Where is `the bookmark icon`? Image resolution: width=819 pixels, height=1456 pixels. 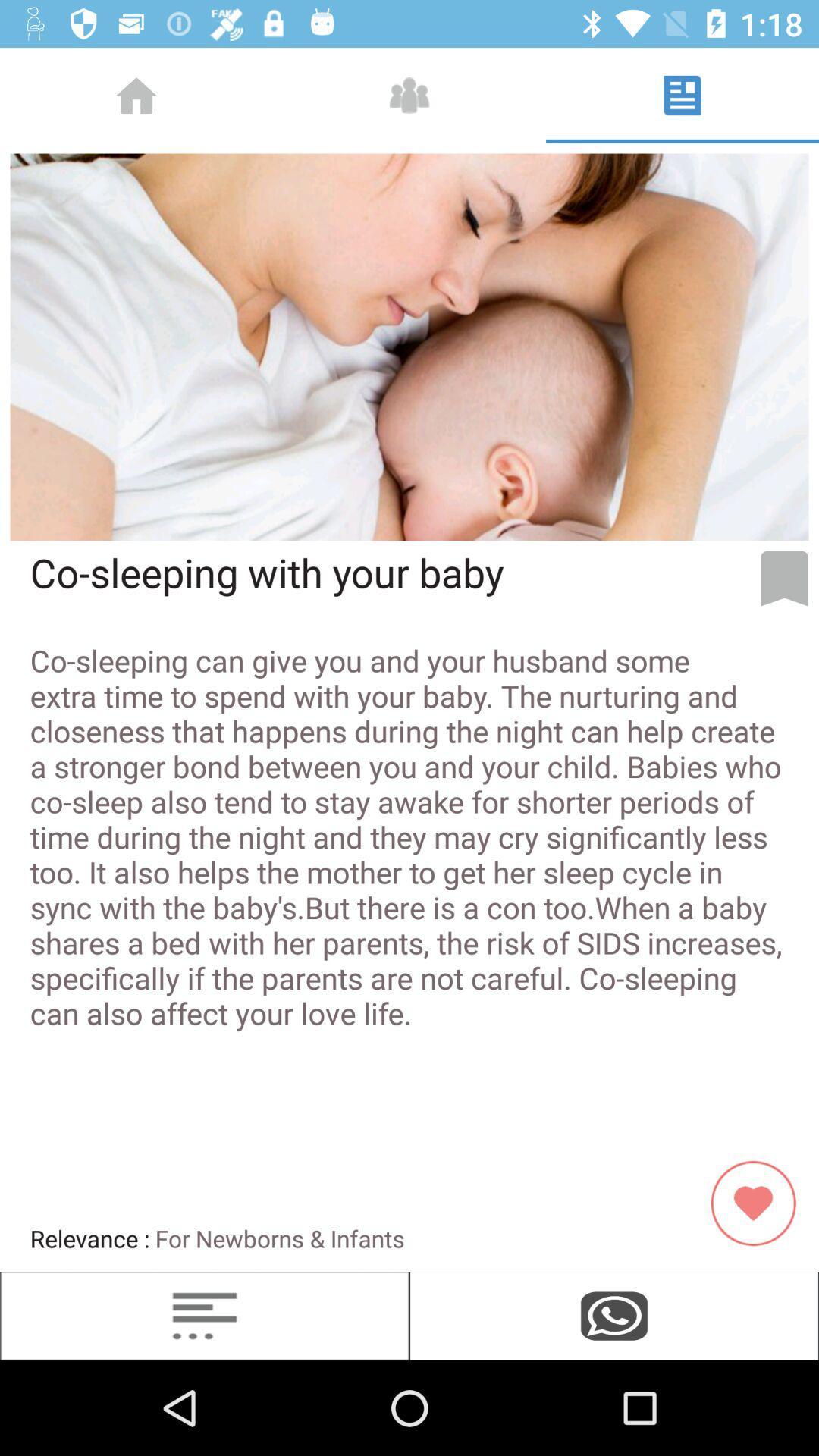 the bookmark icon is located at coordinates (784, 578).